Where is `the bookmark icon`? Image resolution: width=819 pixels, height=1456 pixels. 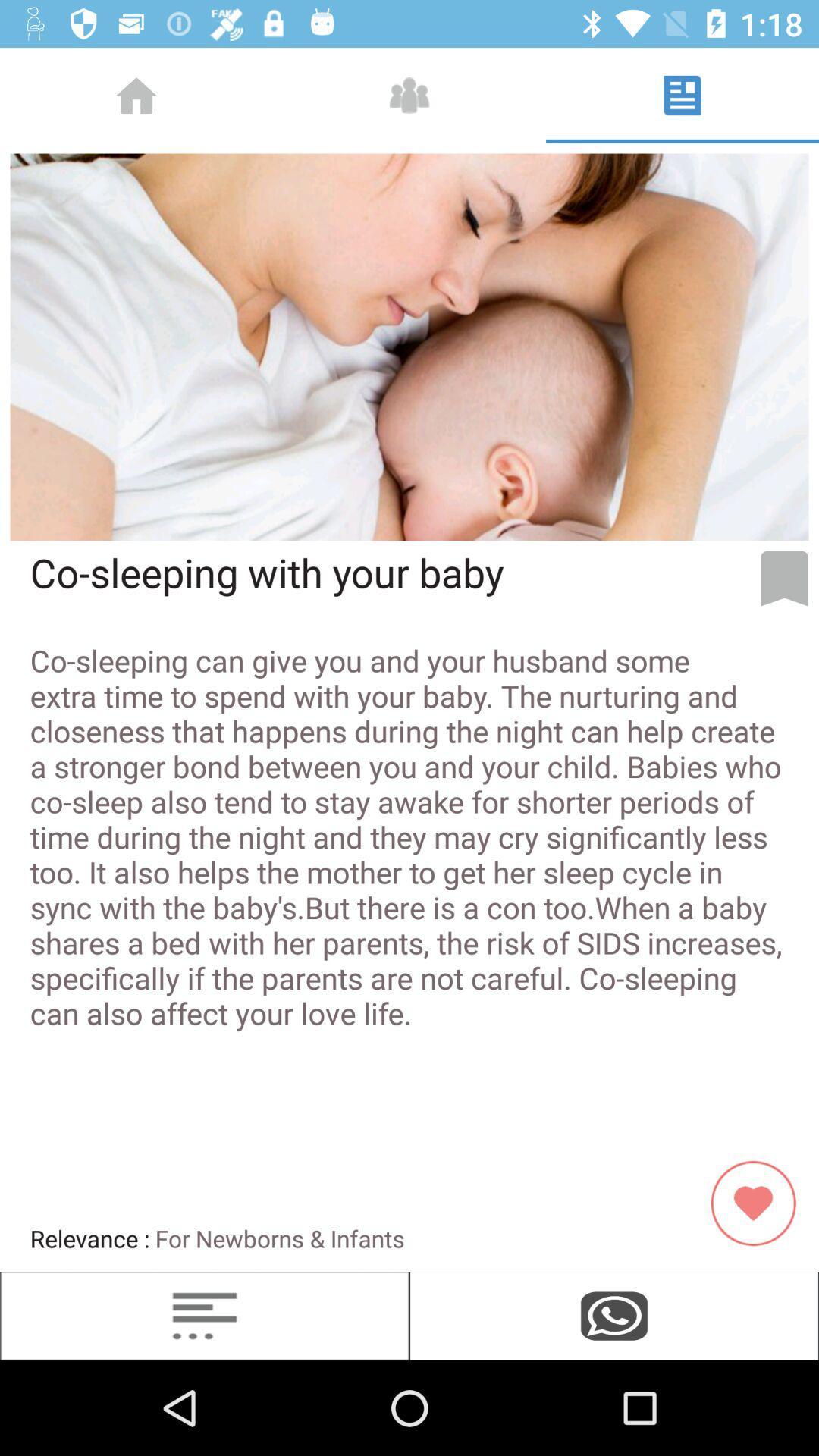 the bookmark icon is located at coordinates (784, 578).